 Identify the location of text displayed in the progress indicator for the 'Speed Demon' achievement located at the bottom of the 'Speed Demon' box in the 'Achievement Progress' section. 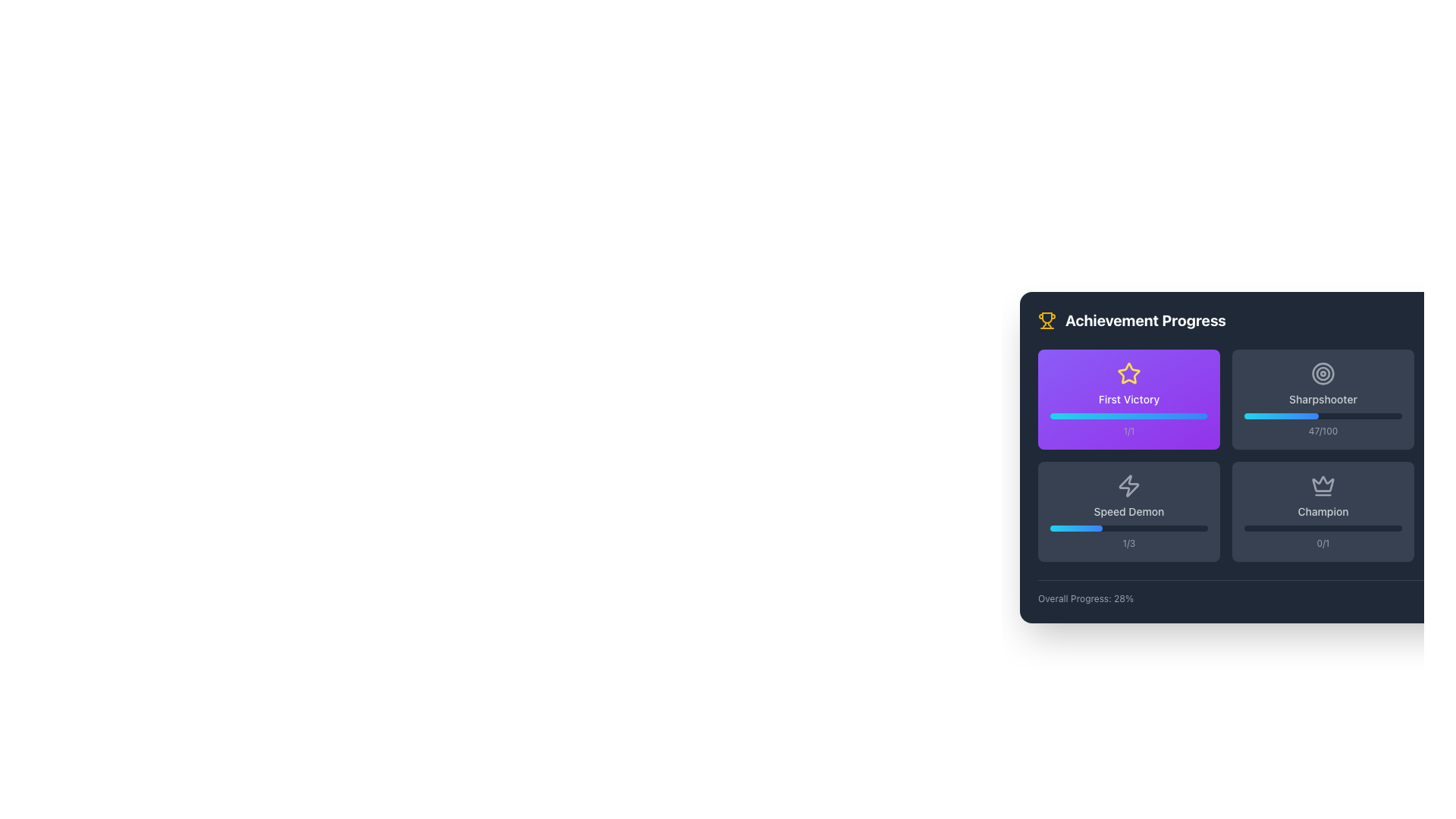
(1128, 543).